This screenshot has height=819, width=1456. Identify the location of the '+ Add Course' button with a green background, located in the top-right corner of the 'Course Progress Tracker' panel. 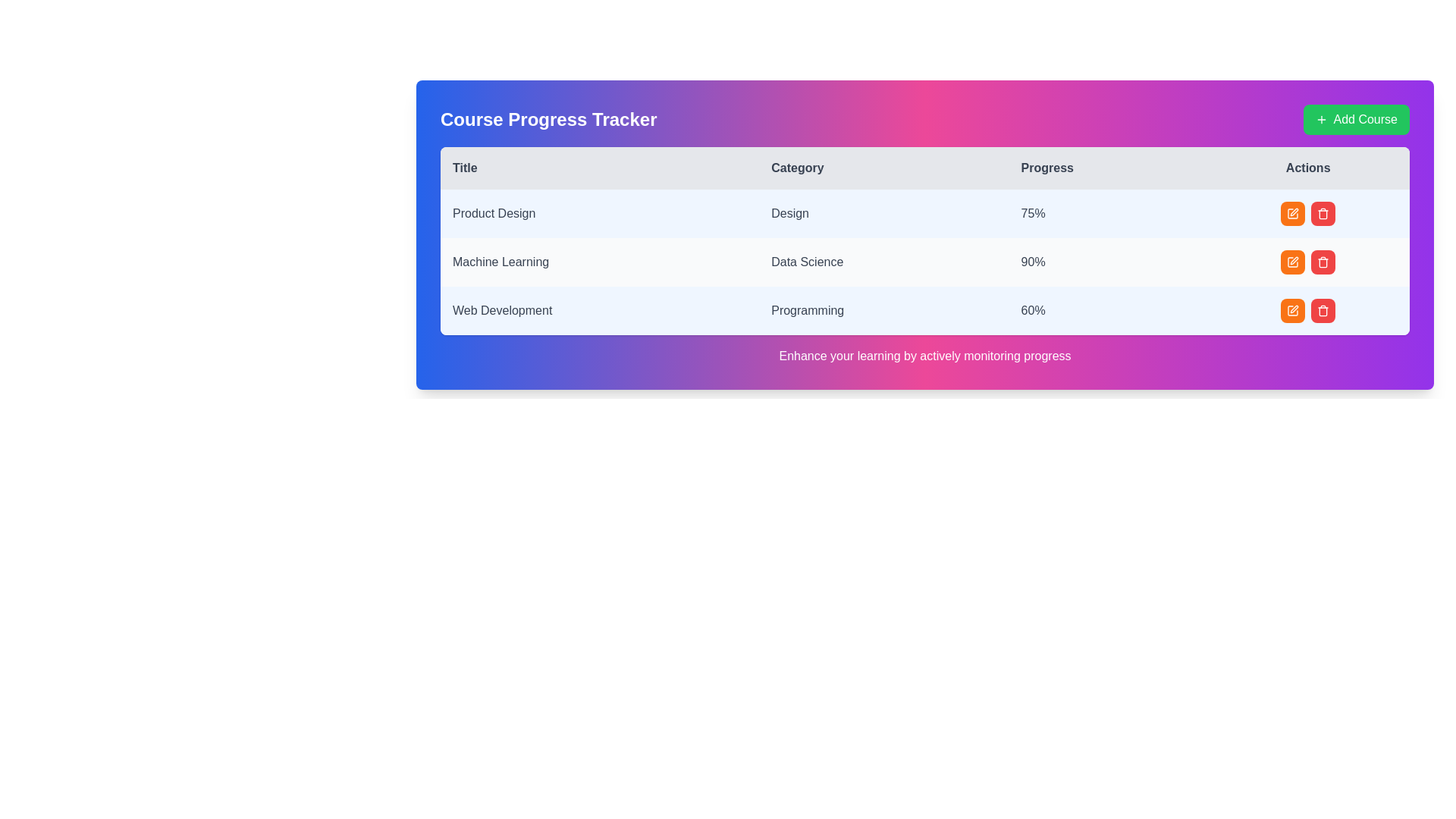
(1356, 119).